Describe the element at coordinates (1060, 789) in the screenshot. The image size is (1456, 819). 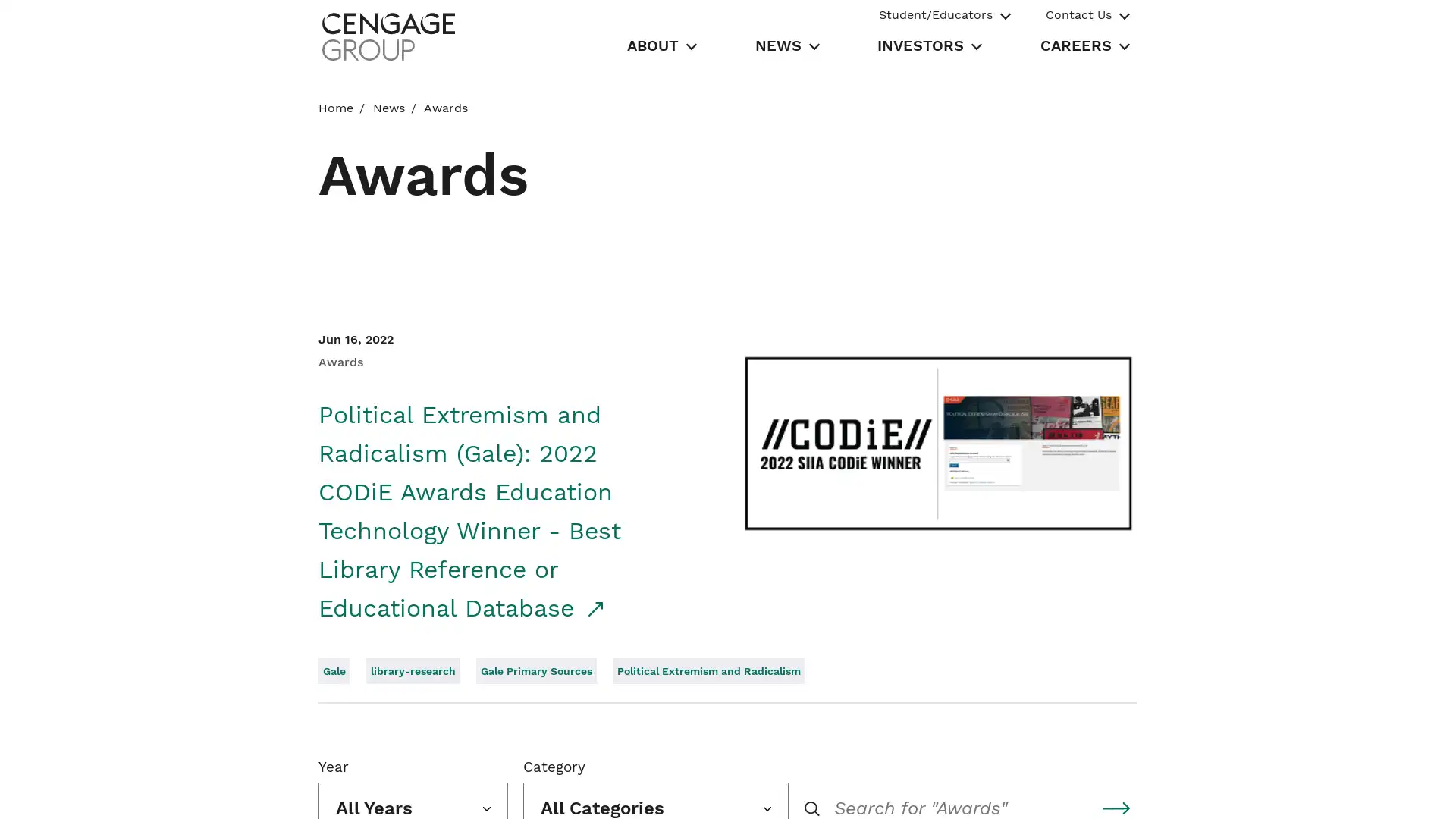
I see `Manage Options` at that location.